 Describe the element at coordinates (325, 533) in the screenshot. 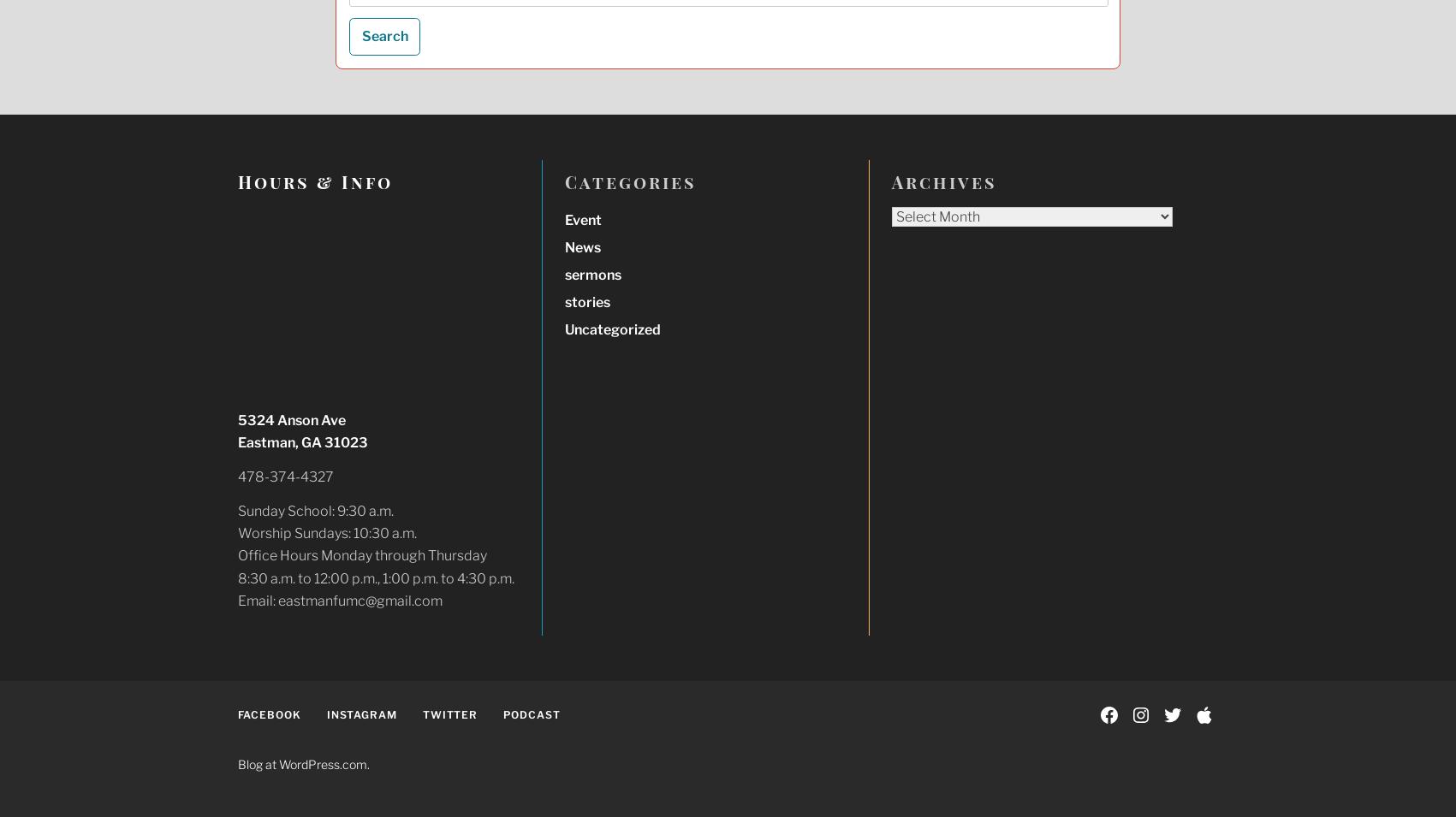

I see `'Worship Sundays: 10:30 a.m.'` at that location.